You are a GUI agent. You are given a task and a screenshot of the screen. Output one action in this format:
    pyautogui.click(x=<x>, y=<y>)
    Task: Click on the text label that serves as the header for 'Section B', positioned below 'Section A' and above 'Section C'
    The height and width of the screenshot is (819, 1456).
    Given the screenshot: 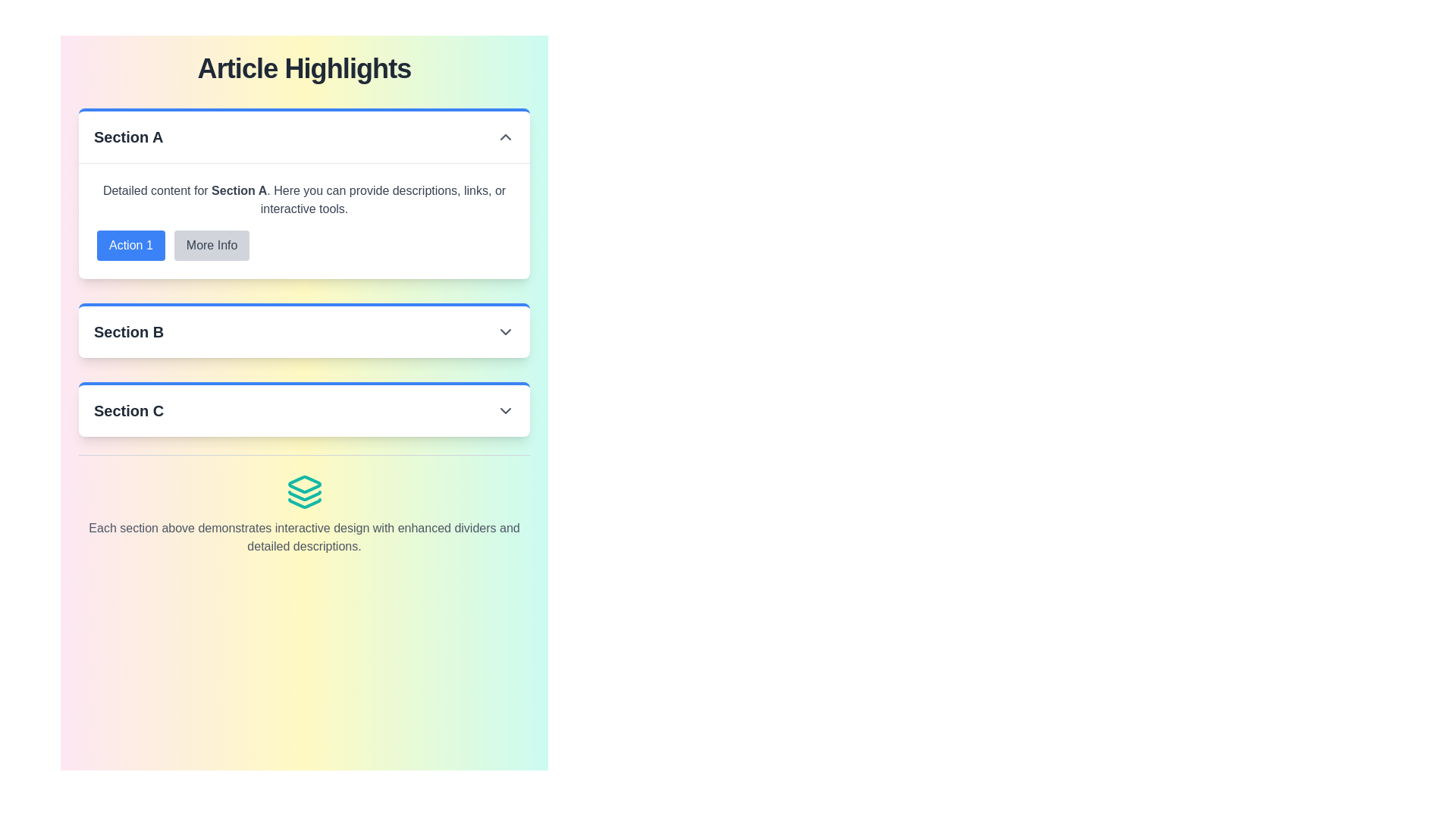 What is the action you would take?
    pyautogui.click(x=129, y=331)
    